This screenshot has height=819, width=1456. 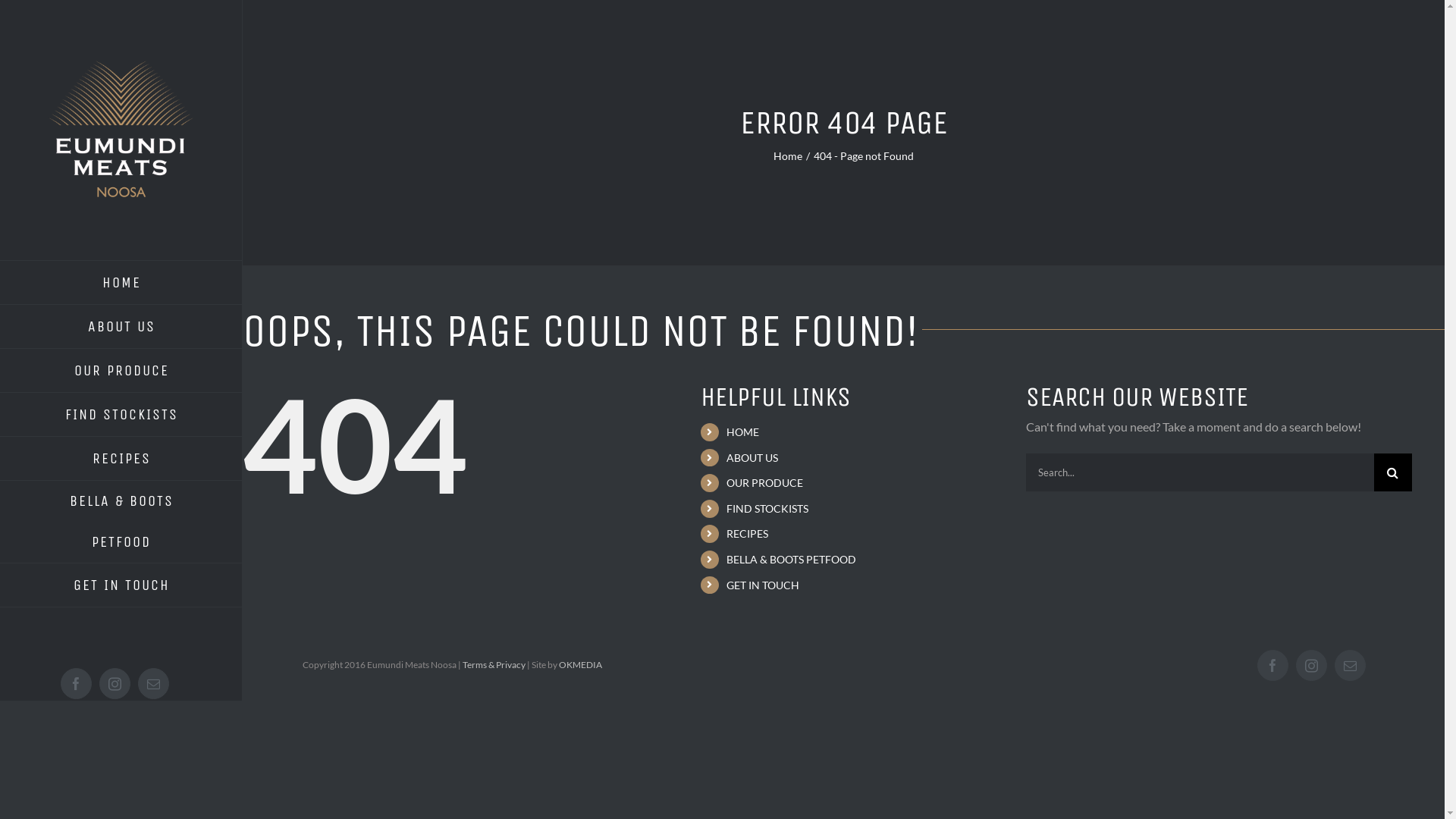 I want to click on 'Terms & Privacy', so click(x=494, y=664).